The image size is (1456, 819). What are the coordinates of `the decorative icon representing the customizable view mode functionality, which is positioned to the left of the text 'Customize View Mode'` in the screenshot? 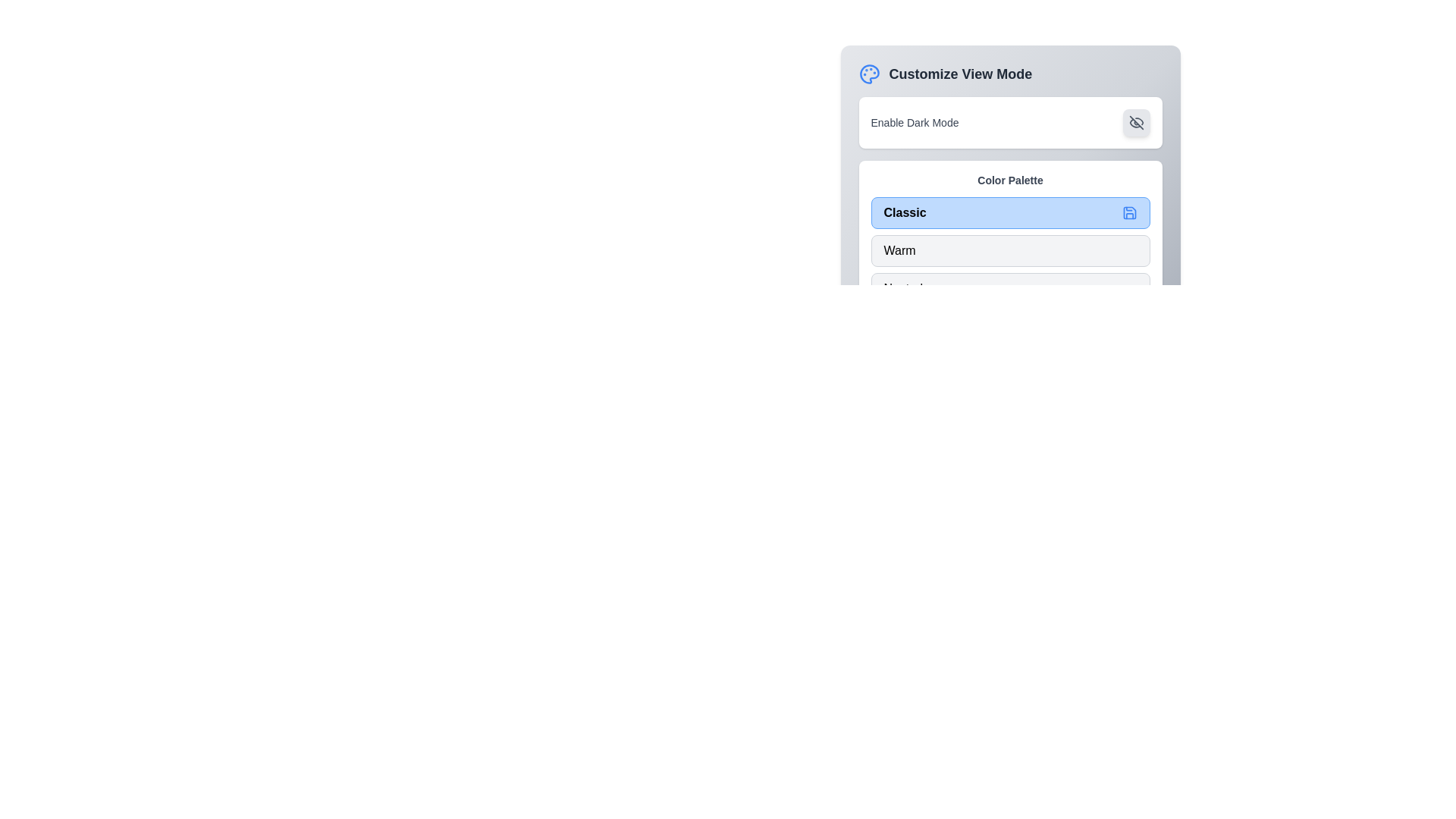 It's located at (869, 74).